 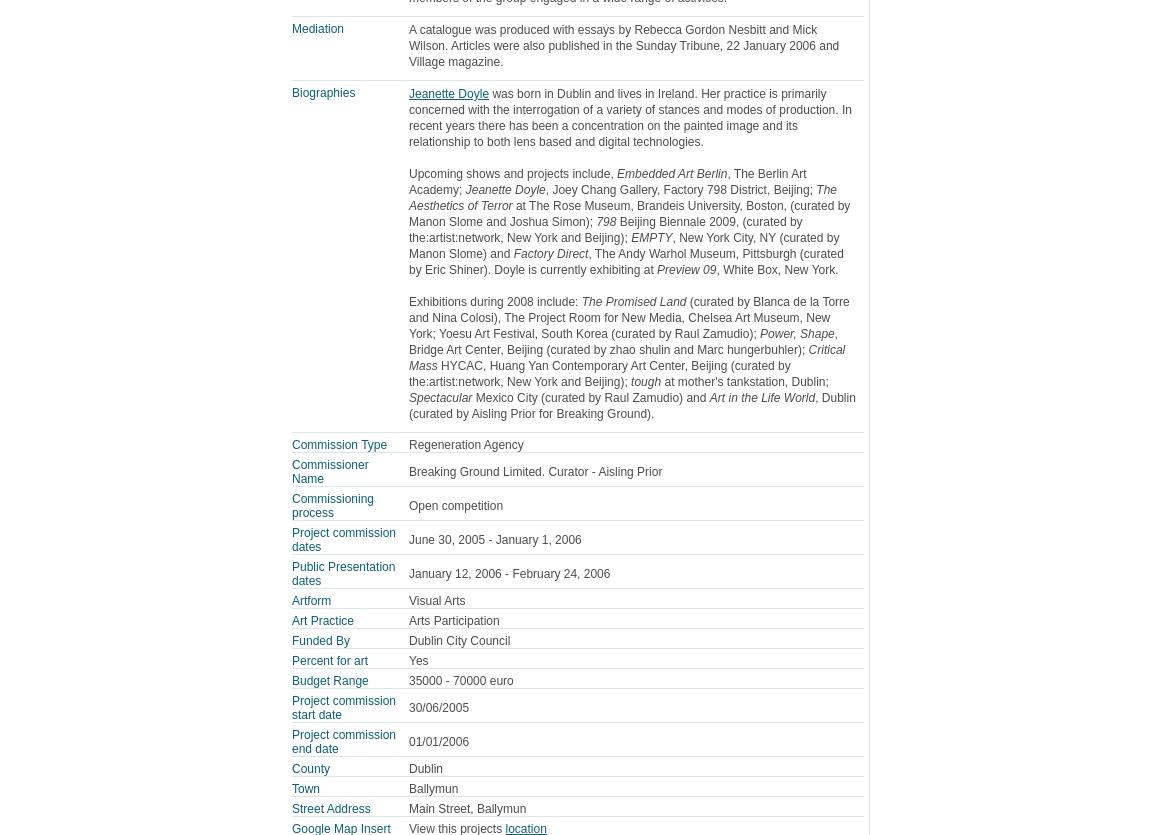 I want to click on 'Visual Arts', so click(x=437, y=600).